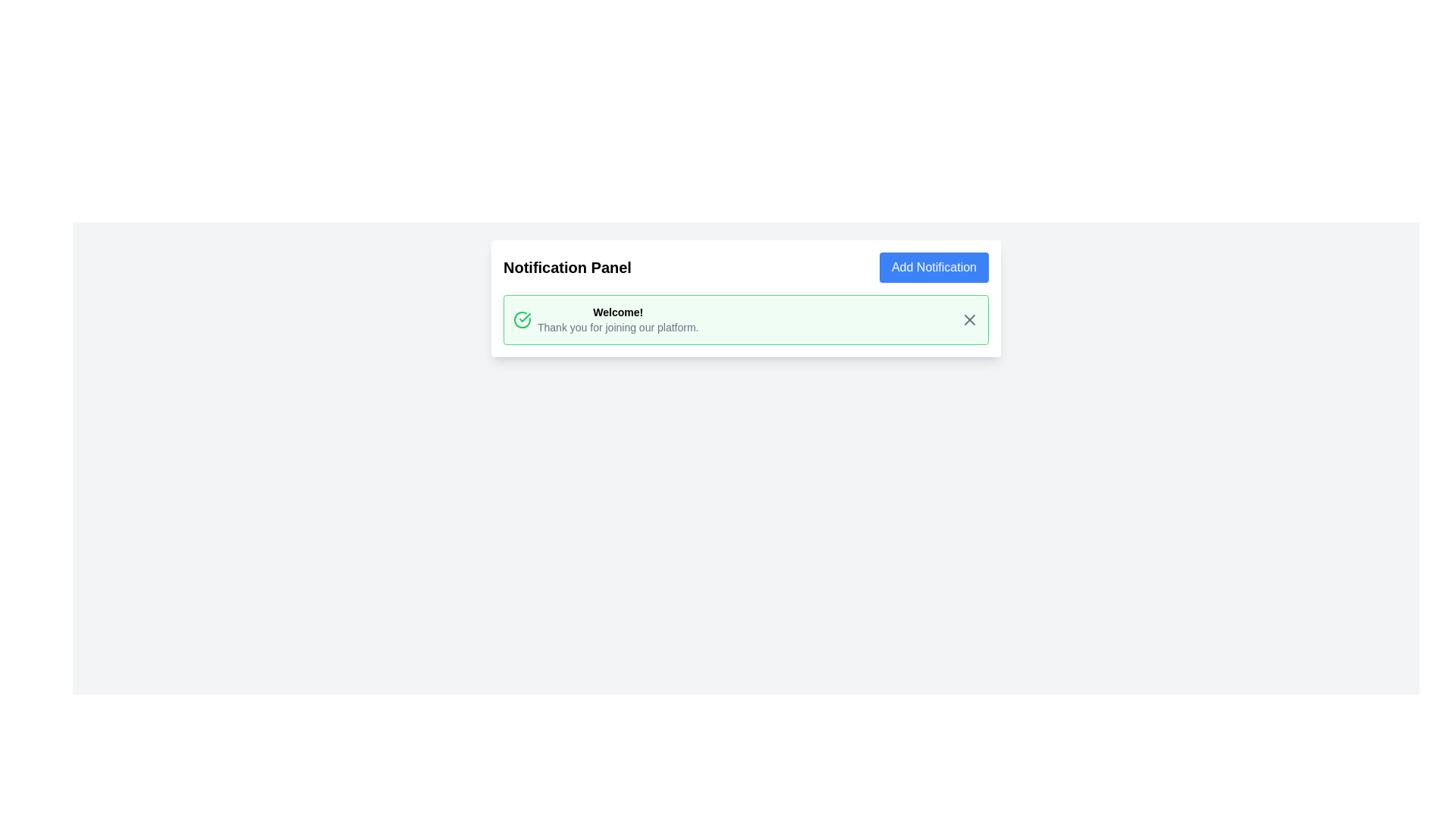 The width and height of the screenshot is (1456, 819). Describe the element at coordinates (522, 318) in the screenshot. I see `the circular green checkmark icon located to the left of the 'Welcome!' text in the notification card` at that location.